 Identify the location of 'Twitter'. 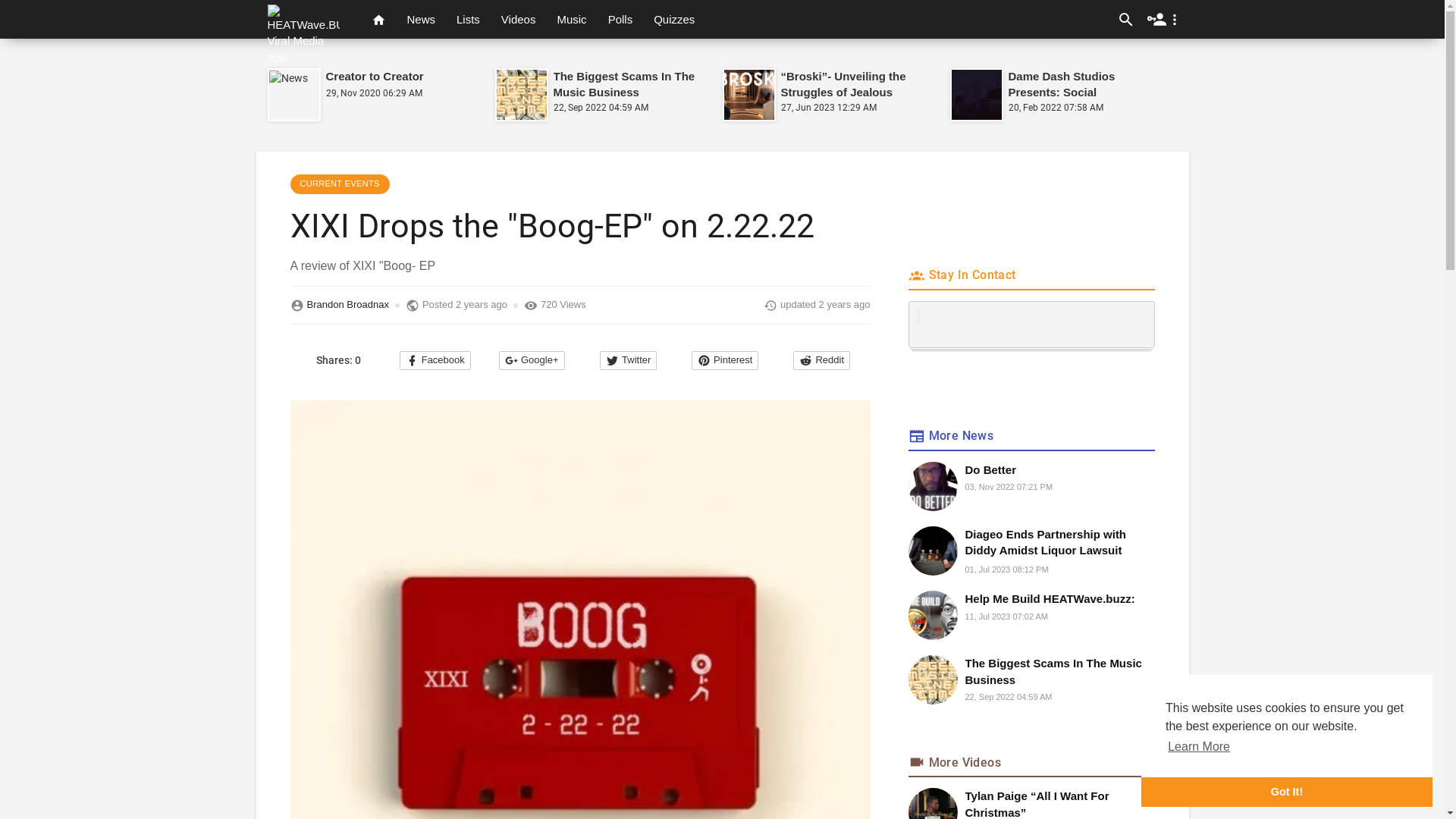
(628, 360).